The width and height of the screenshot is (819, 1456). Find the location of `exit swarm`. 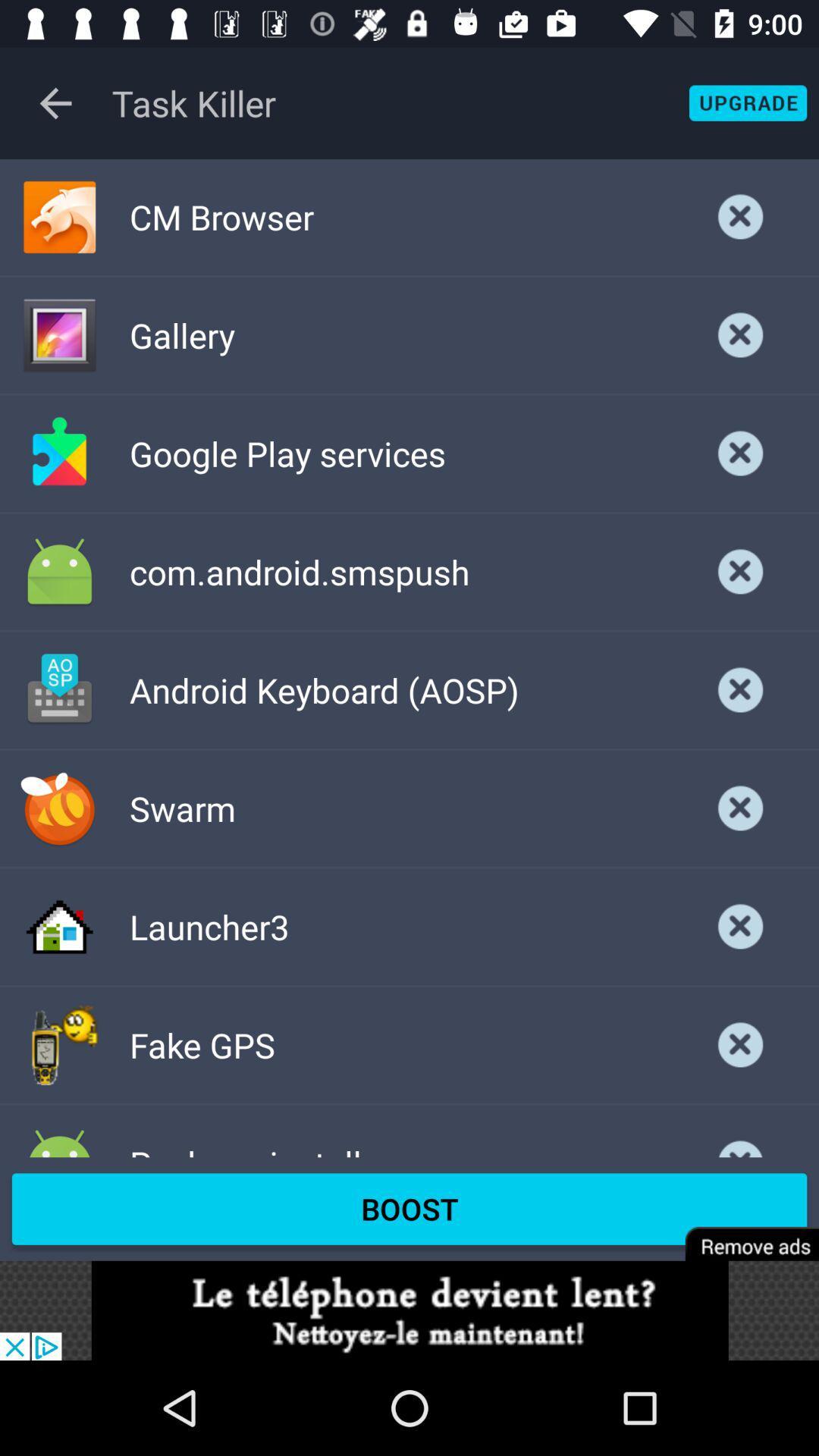

exit swarm is located at coordinates (740, 808).